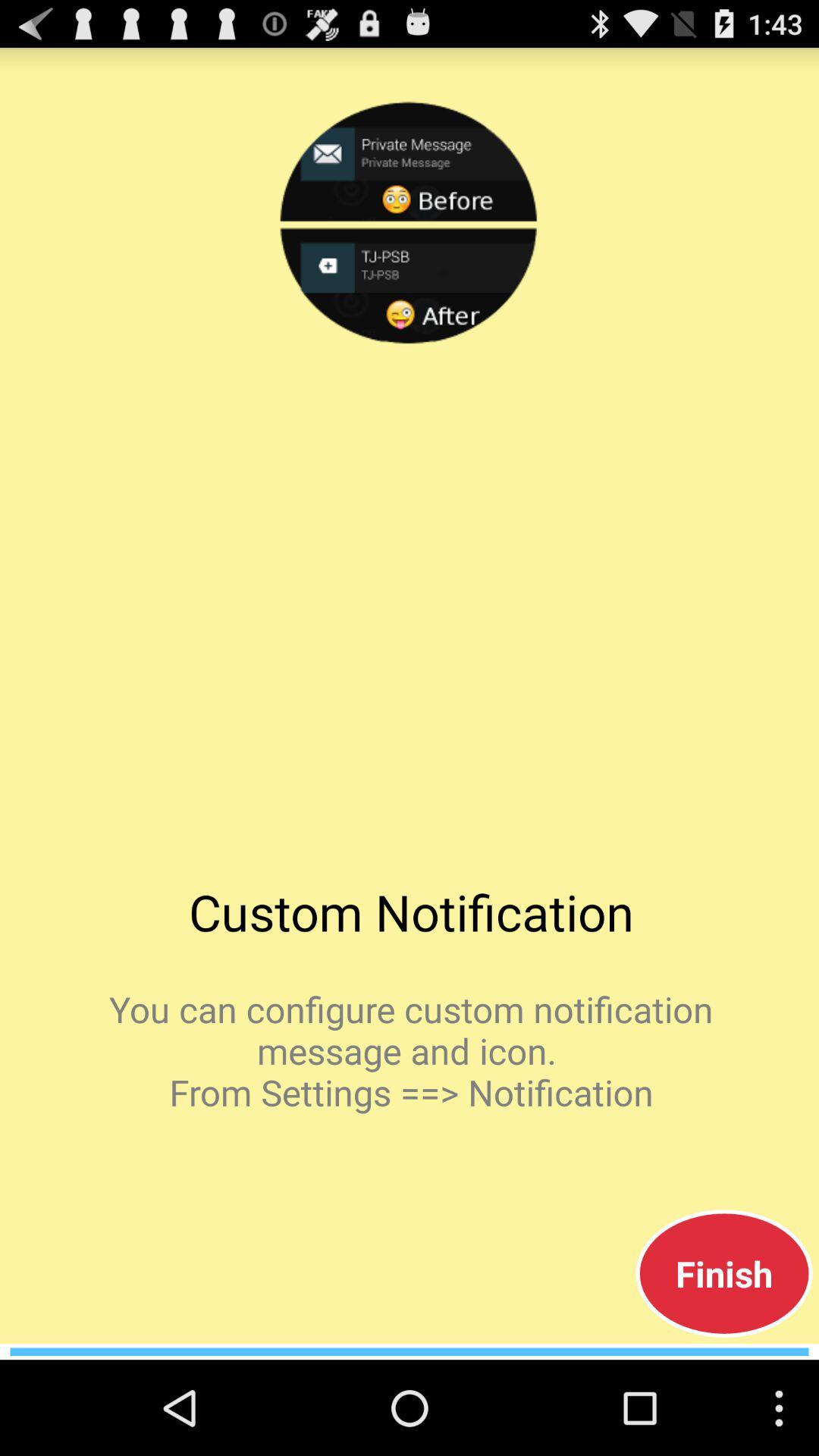  I want to click on app below the you can configure, so click(723, 1273).